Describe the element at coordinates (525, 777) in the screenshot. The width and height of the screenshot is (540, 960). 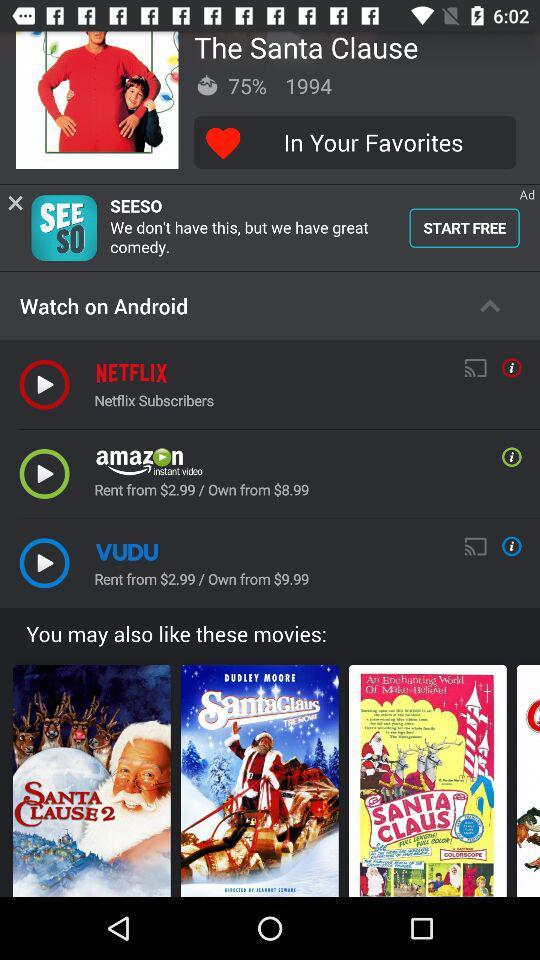
I see `the national_flag icon` at that location.